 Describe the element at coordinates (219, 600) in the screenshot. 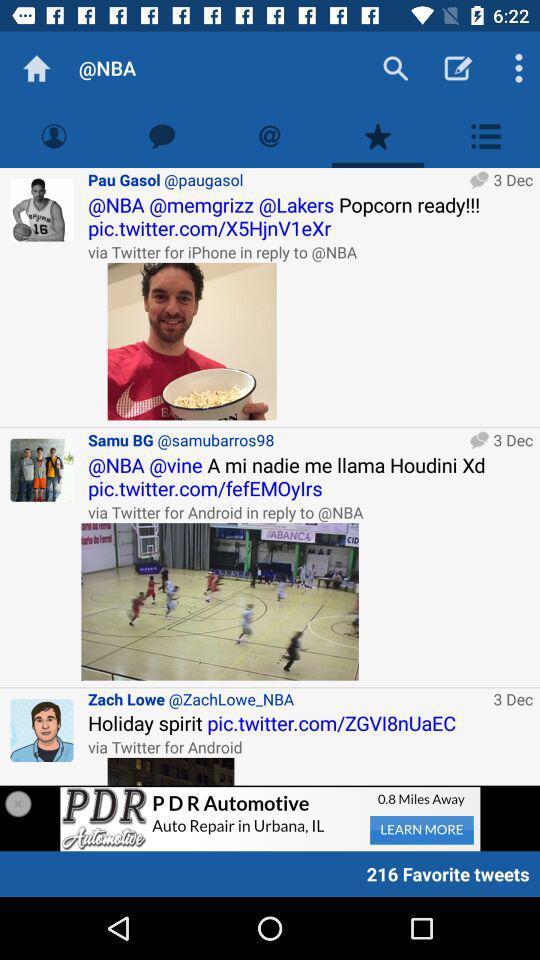

I see `image` at that location.